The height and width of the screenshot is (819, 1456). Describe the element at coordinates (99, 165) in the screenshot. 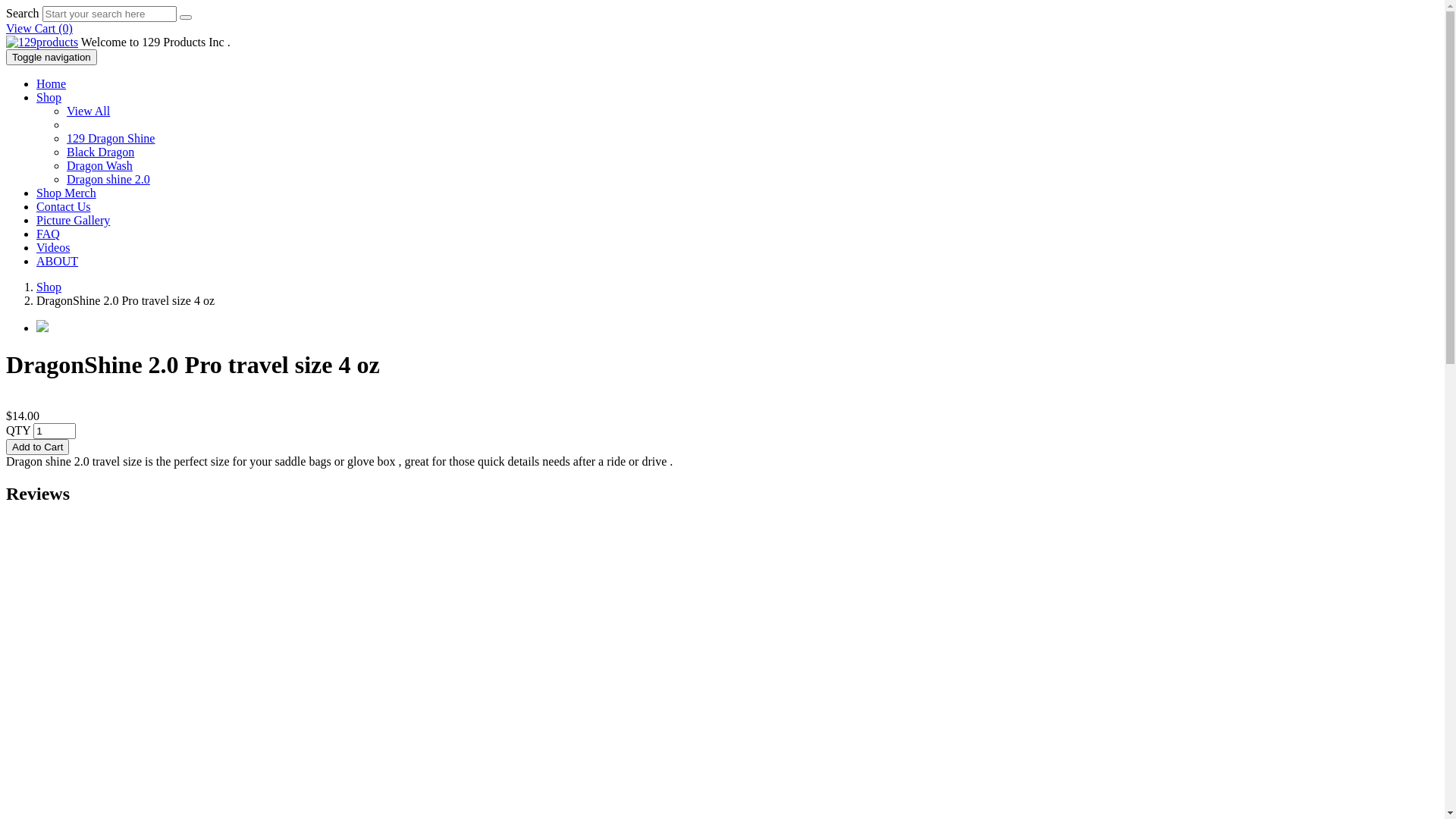

I see `'Dragon Wash'` at that location.